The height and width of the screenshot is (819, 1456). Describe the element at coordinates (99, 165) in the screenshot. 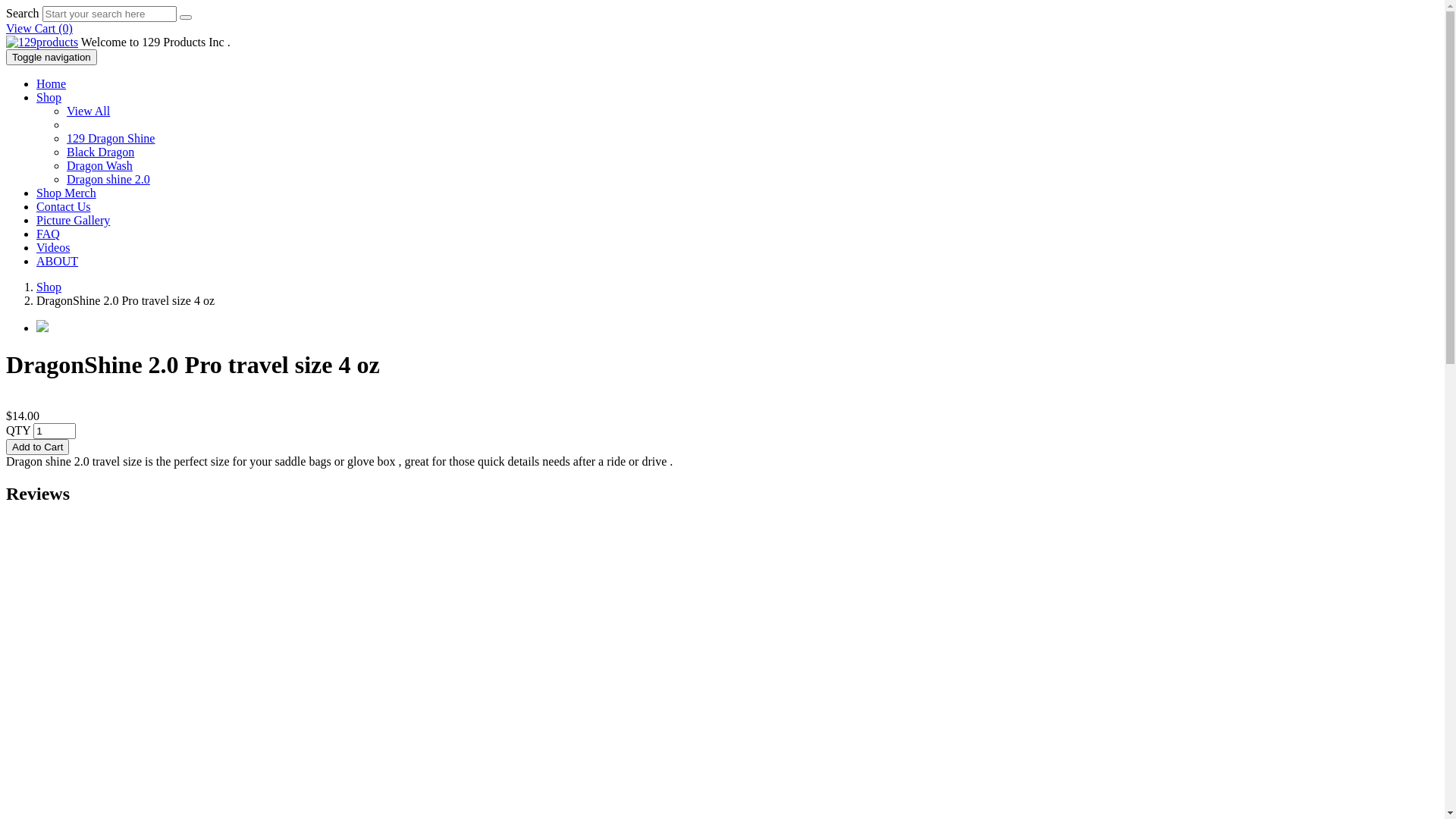

I see `'Dragon Wash'` at that location.